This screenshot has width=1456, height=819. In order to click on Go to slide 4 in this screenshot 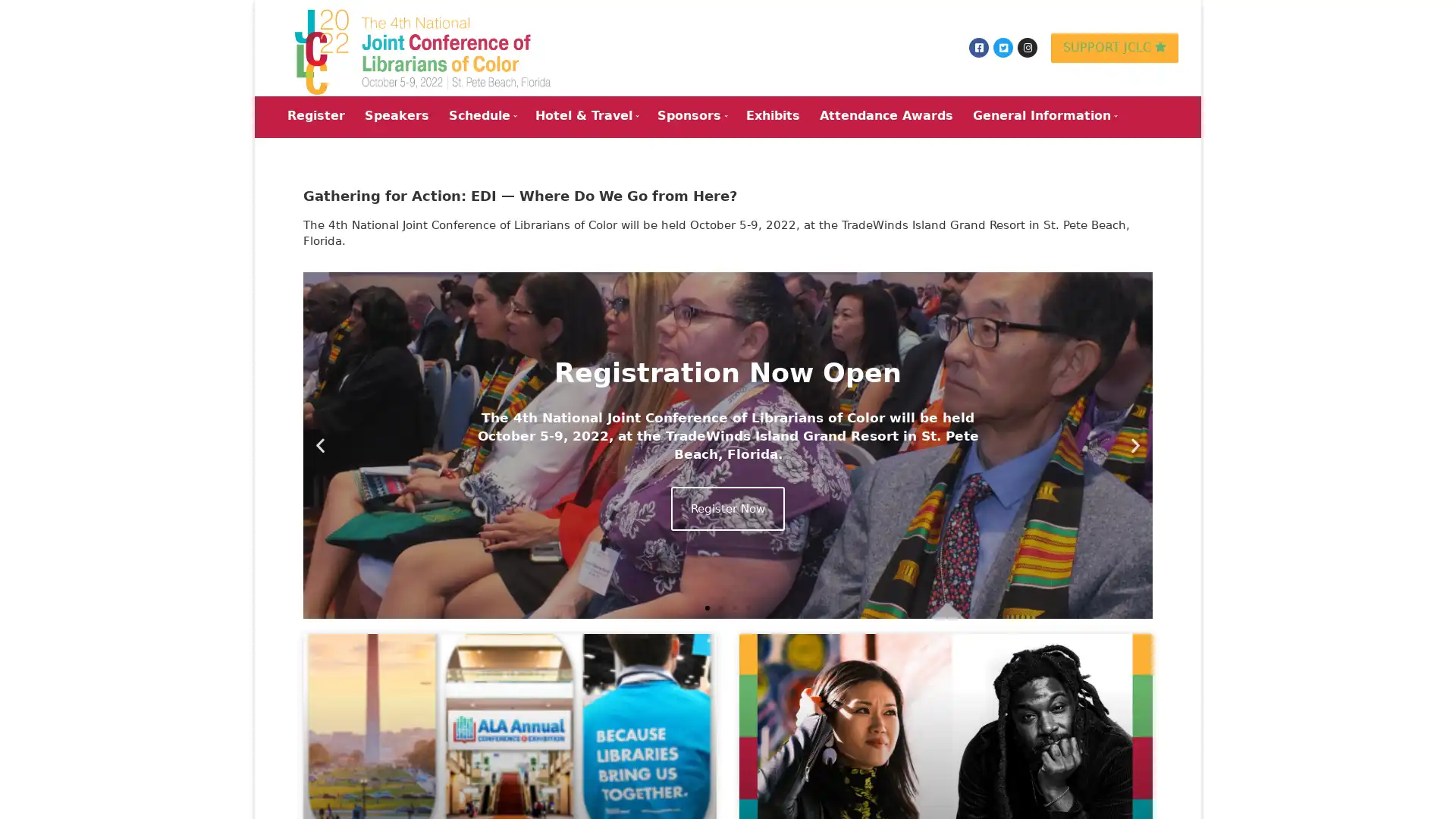, I will do `click(748, 607)`.